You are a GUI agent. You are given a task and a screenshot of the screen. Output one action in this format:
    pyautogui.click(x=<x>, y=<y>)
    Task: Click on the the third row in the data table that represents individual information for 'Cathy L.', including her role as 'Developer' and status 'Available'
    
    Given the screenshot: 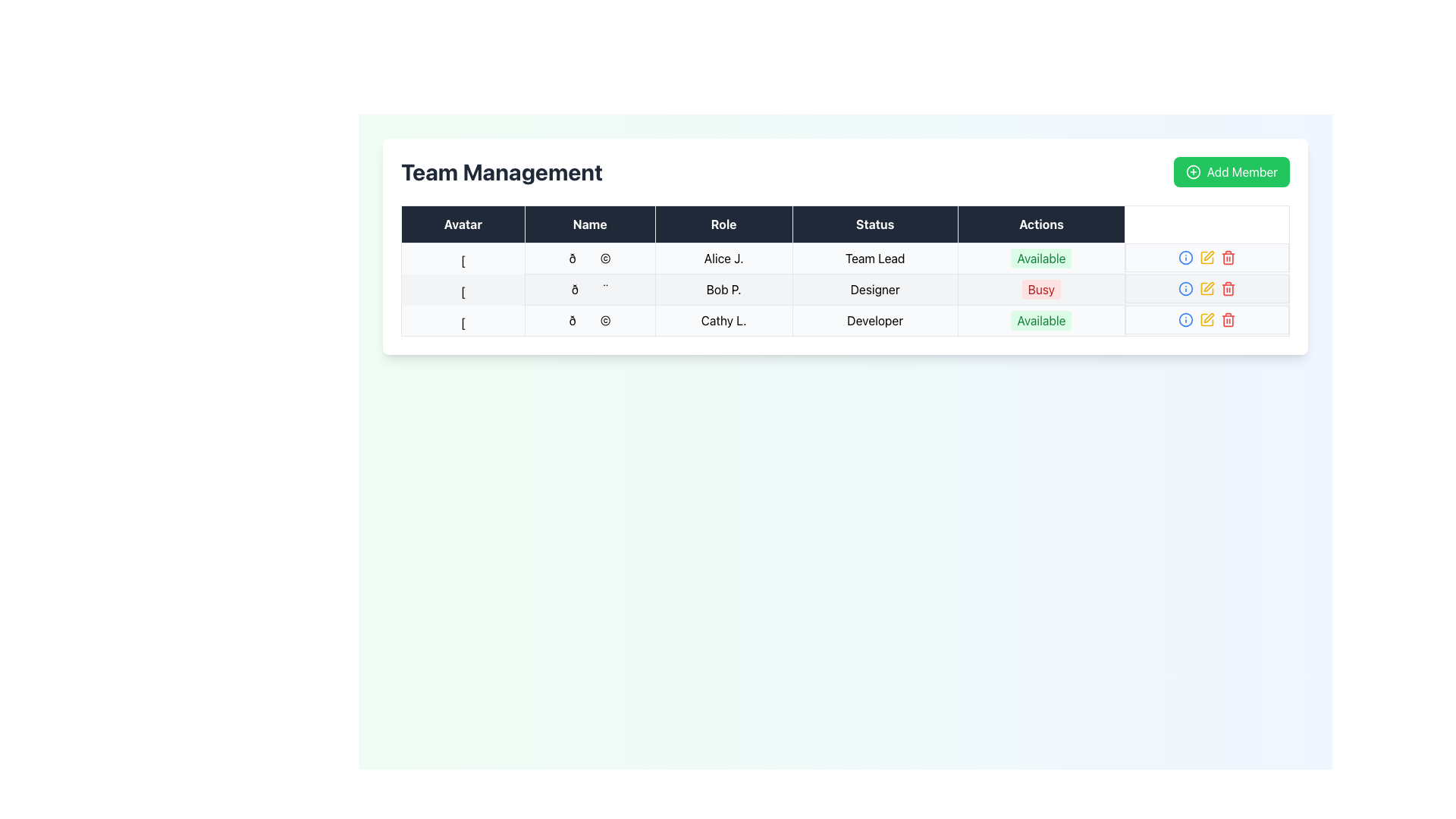 What is the action you would take?
    pyautogui.click(x=844, y=320)
    